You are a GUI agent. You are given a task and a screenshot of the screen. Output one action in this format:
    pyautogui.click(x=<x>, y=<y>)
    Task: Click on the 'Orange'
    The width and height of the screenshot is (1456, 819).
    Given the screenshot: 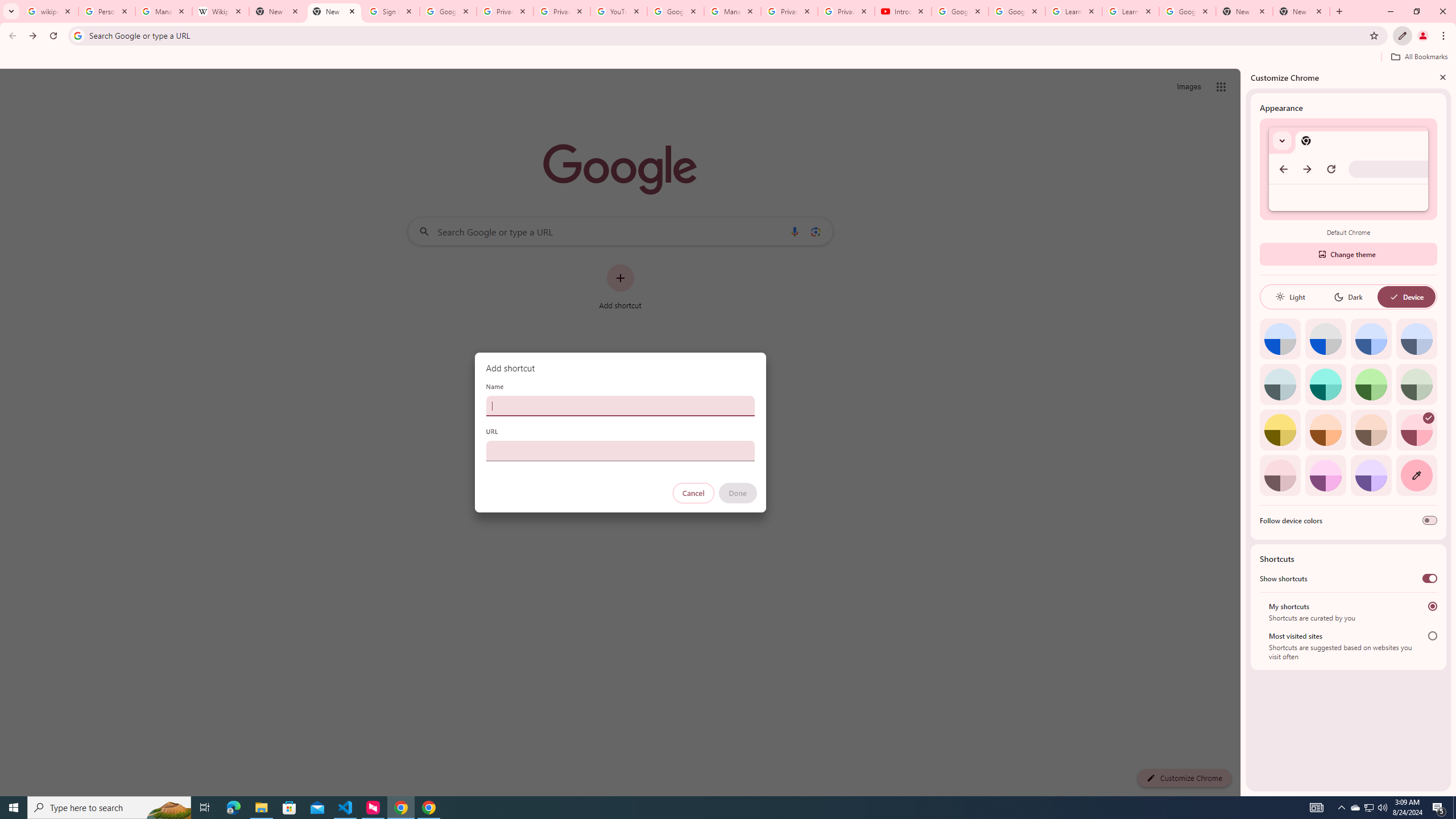 What is the action you would take?
    pyautogui.click(x=1325, y=429)
    